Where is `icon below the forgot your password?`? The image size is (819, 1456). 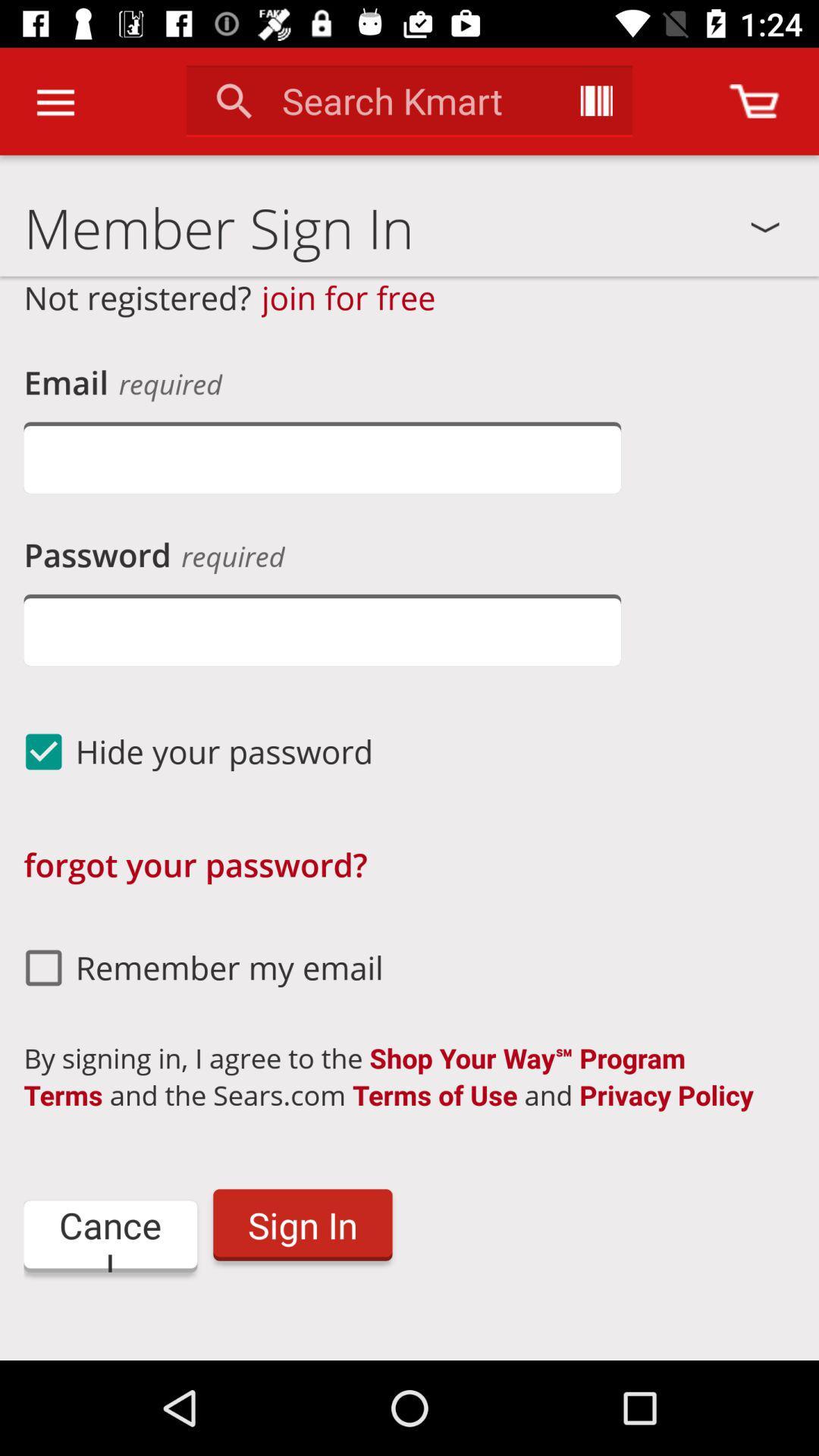
icon below the forgot your password? is located at coordinates (196, 967).